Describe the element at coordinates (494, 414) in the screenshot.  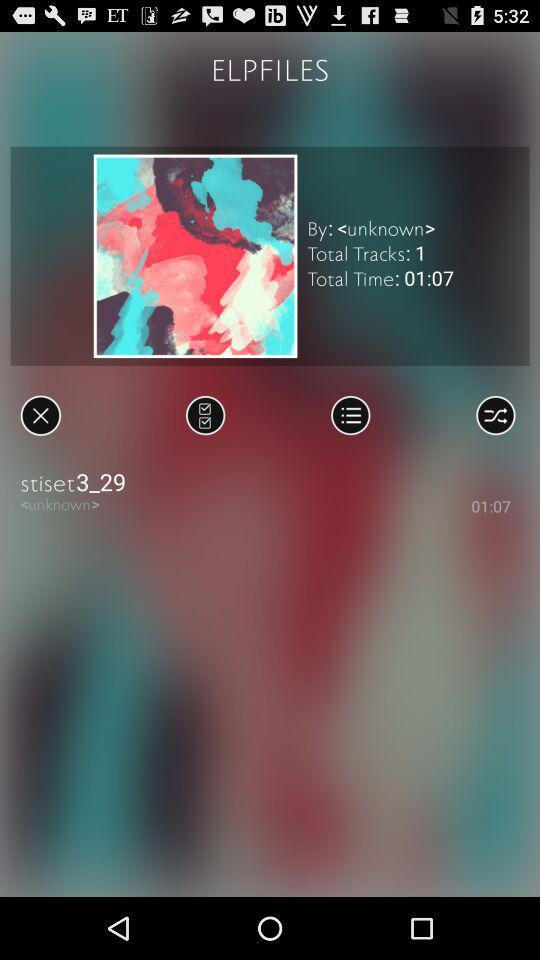
I see `repeat` at that location.